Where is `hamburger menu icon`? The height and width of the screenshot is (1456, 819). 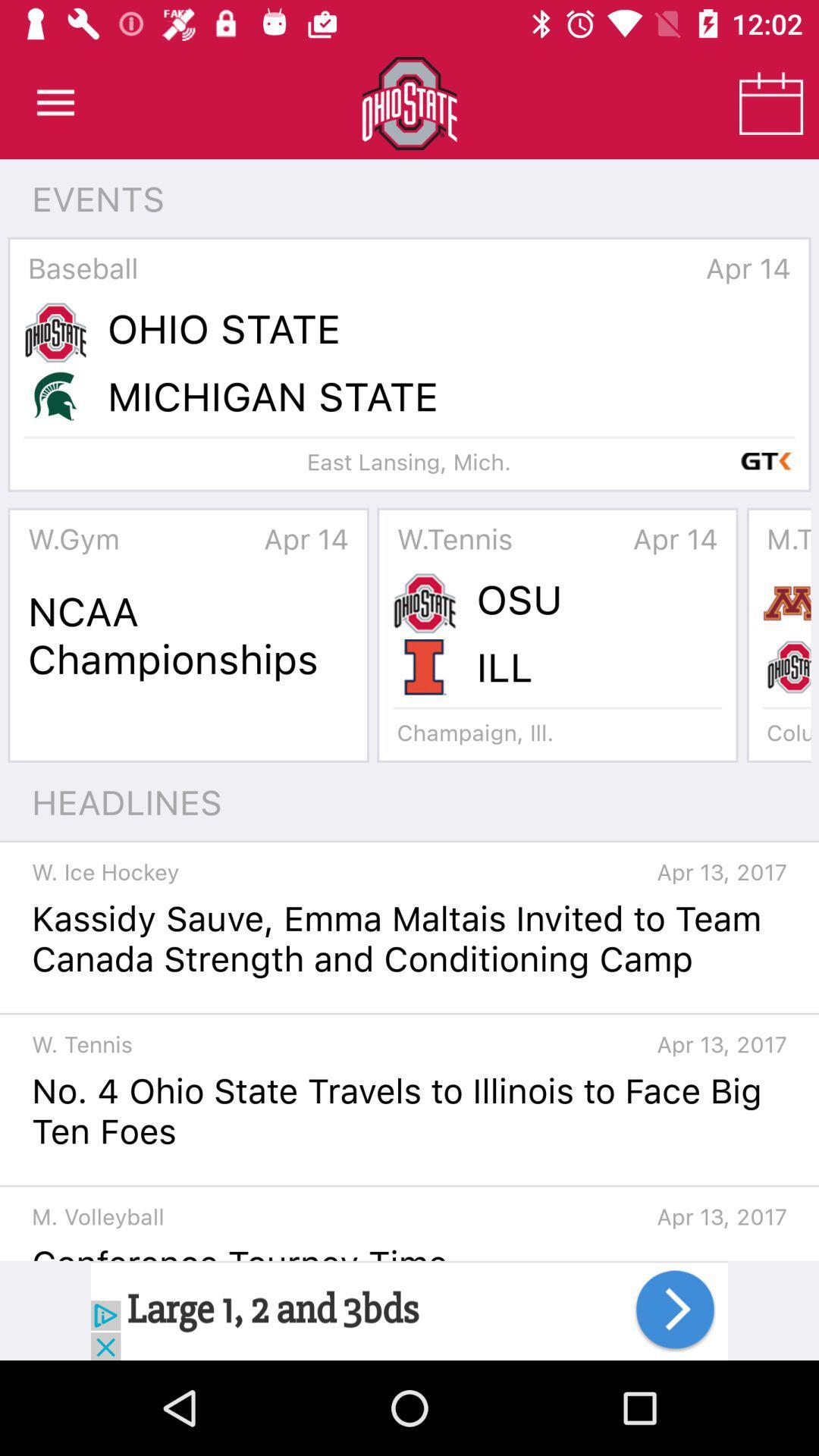 hamburger menu icon is located at coordinates (55, 102).